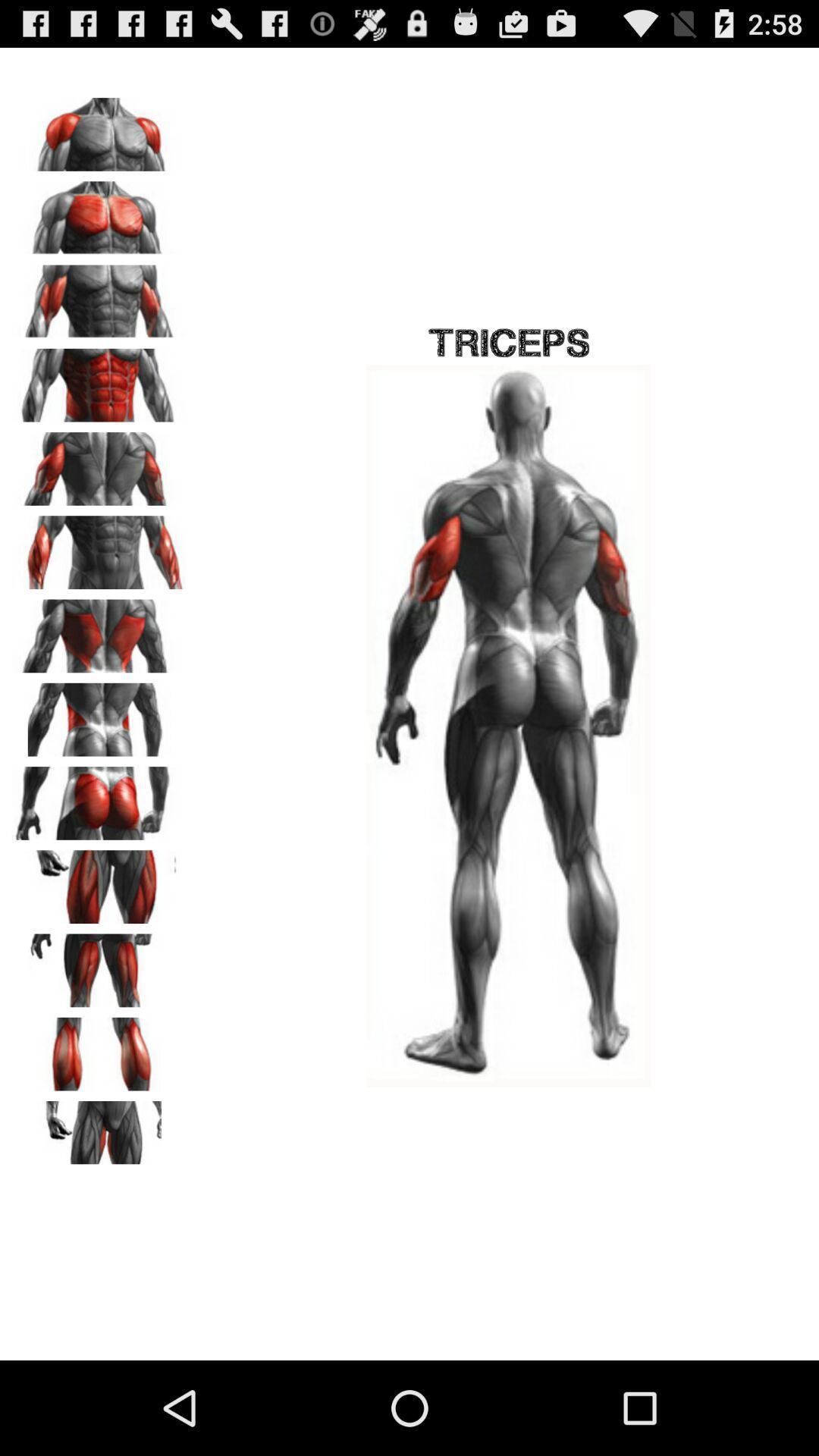 Image resolution: width=819 pixels, height=1456 pixels. I want to click on biceps, so click(99, 297).